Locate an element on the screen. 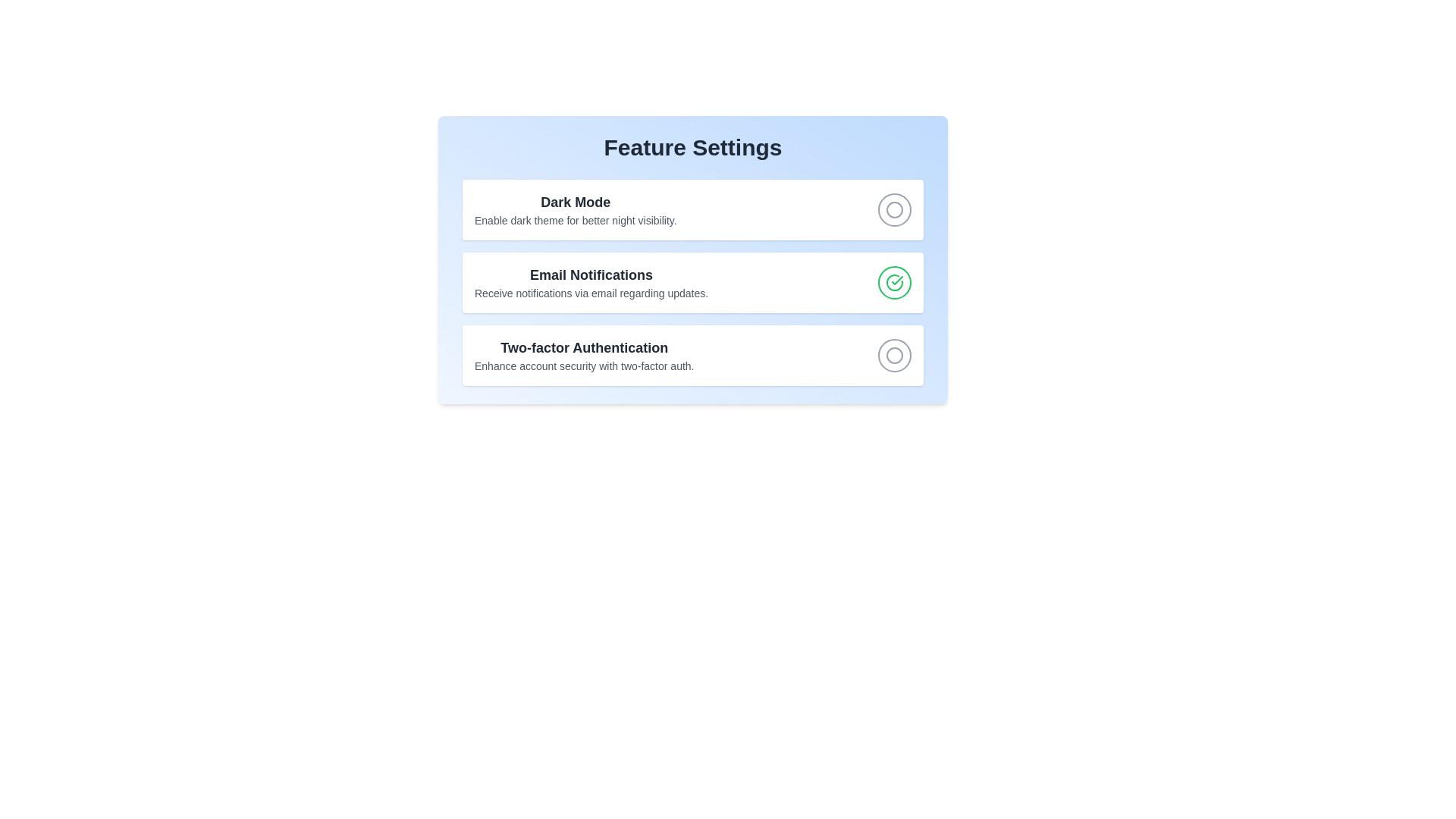 Image resolution: width=1456 pixels, height=819 pixels. the circular green button with a checkmark icon, located is located at coordinates (895, 283).